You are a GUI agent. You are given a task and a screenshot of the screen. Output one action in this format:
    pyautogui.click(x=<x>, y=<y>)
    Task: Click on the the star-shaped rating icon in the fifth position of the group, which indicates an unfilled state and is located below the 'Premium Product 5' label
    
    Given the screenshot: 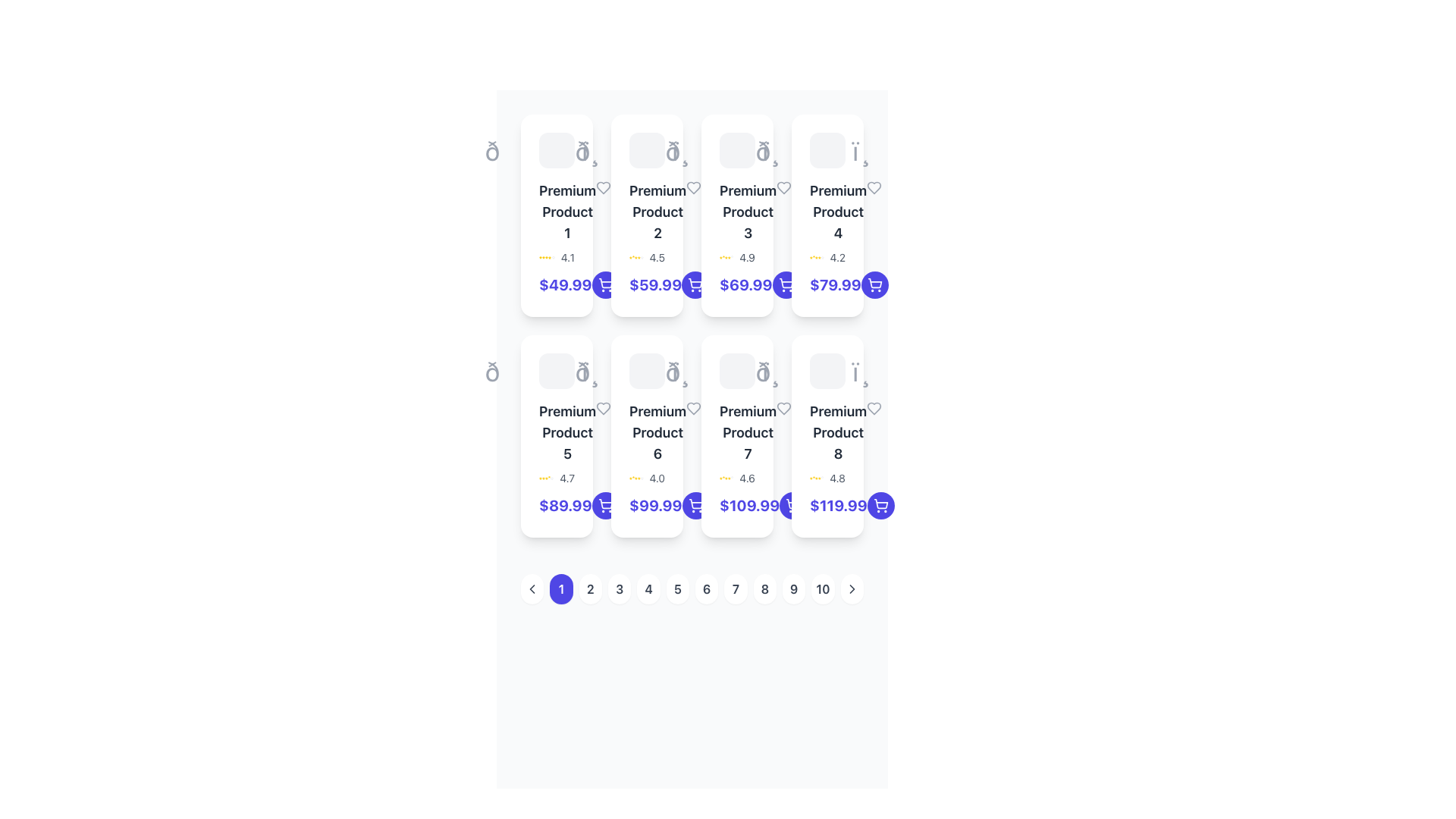 What is the action you would take?
    pyautogui.click(x=551, y=479)
    